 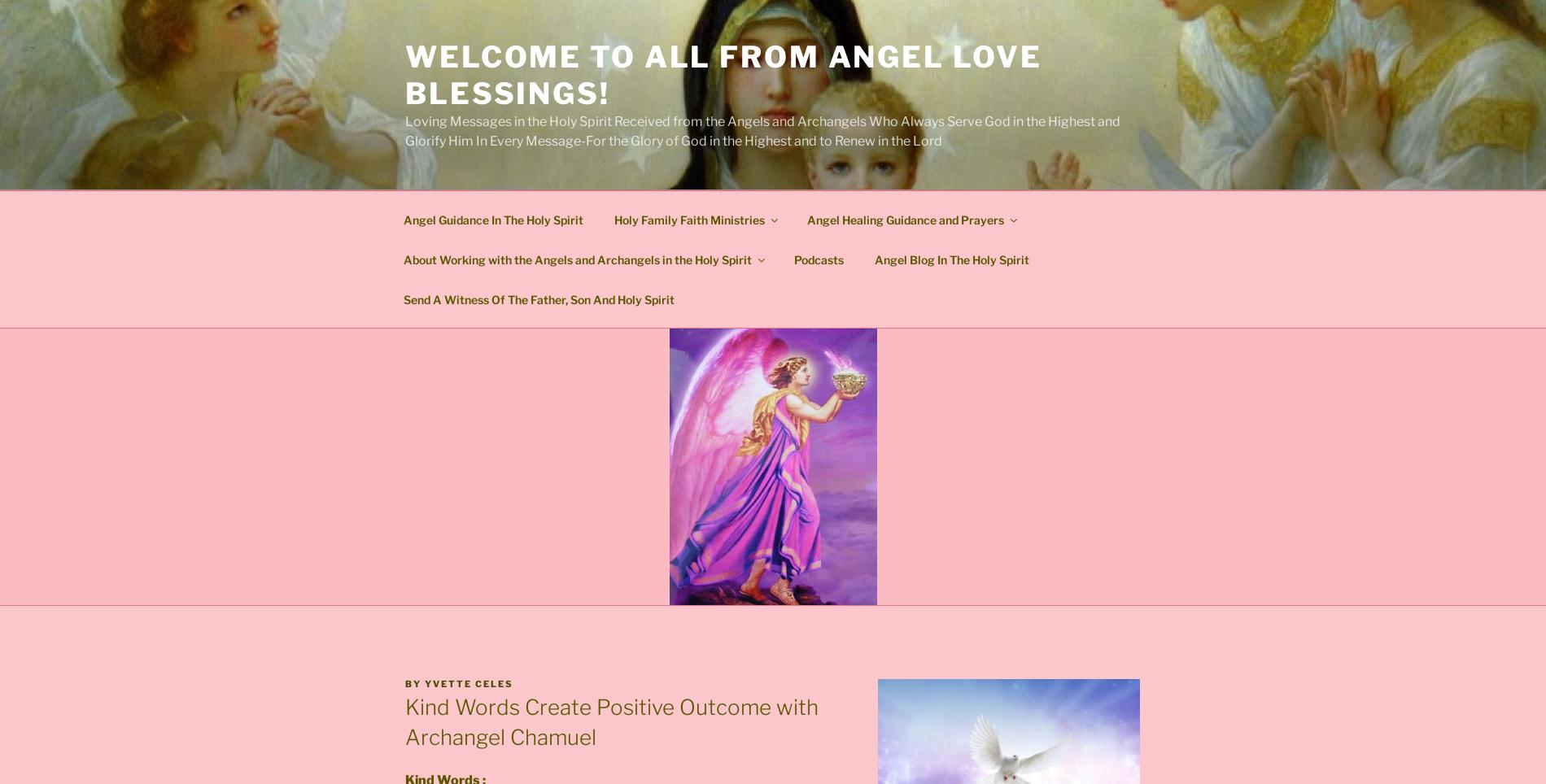 What do you see at coordinates (469, 682) in the screenshot?
I see `'Yvette Celes'` at bounding box center [469, 682].